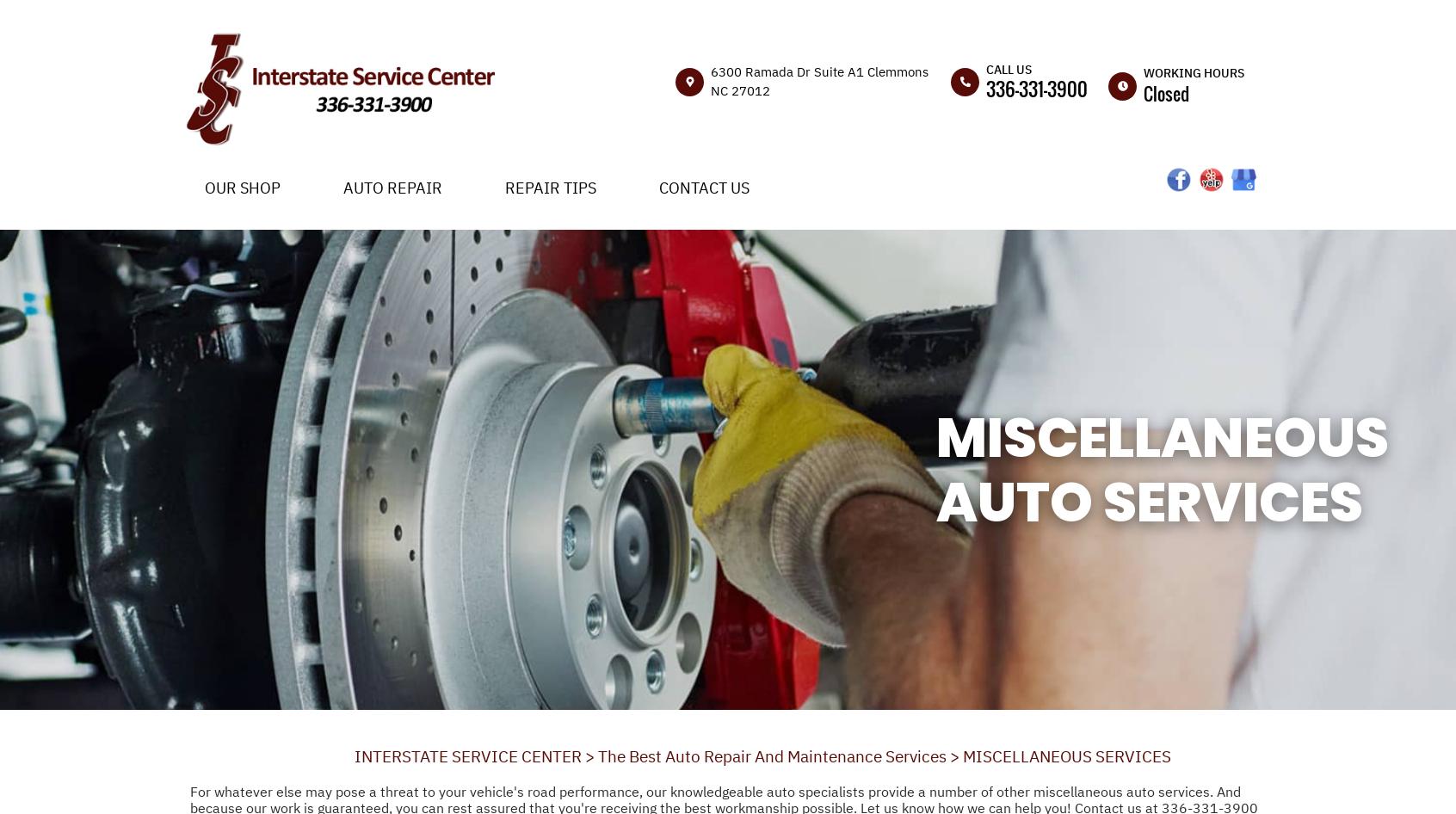 This screenshot has height=814, width=1456. What do you see at coordinates (1117, 274) in the screenshot?
I see `'Thu'` at bounding box center [1117, 274].